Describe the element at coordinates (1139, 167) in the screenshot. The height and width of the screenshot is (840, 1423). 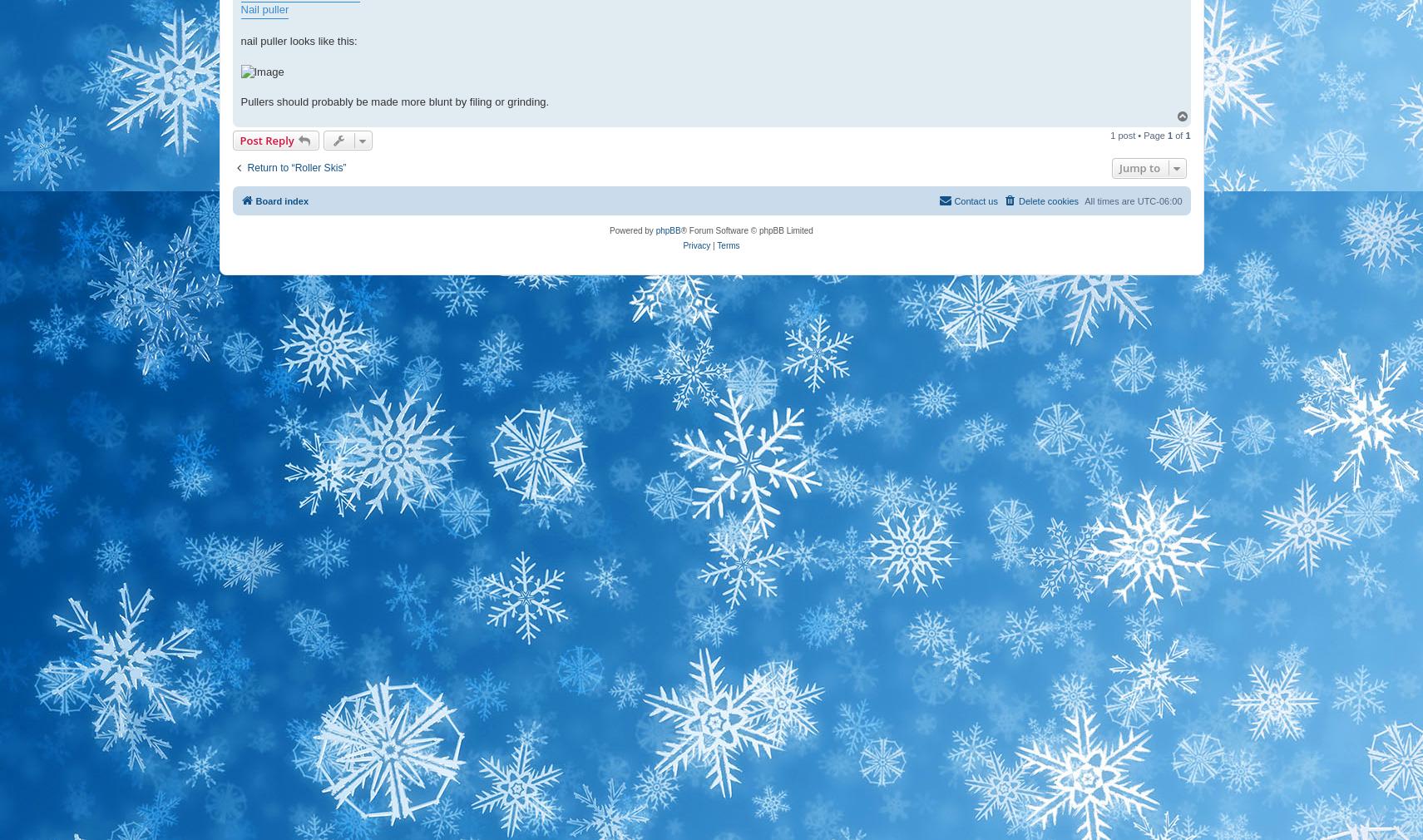
I see `'Jump to'` at that location.